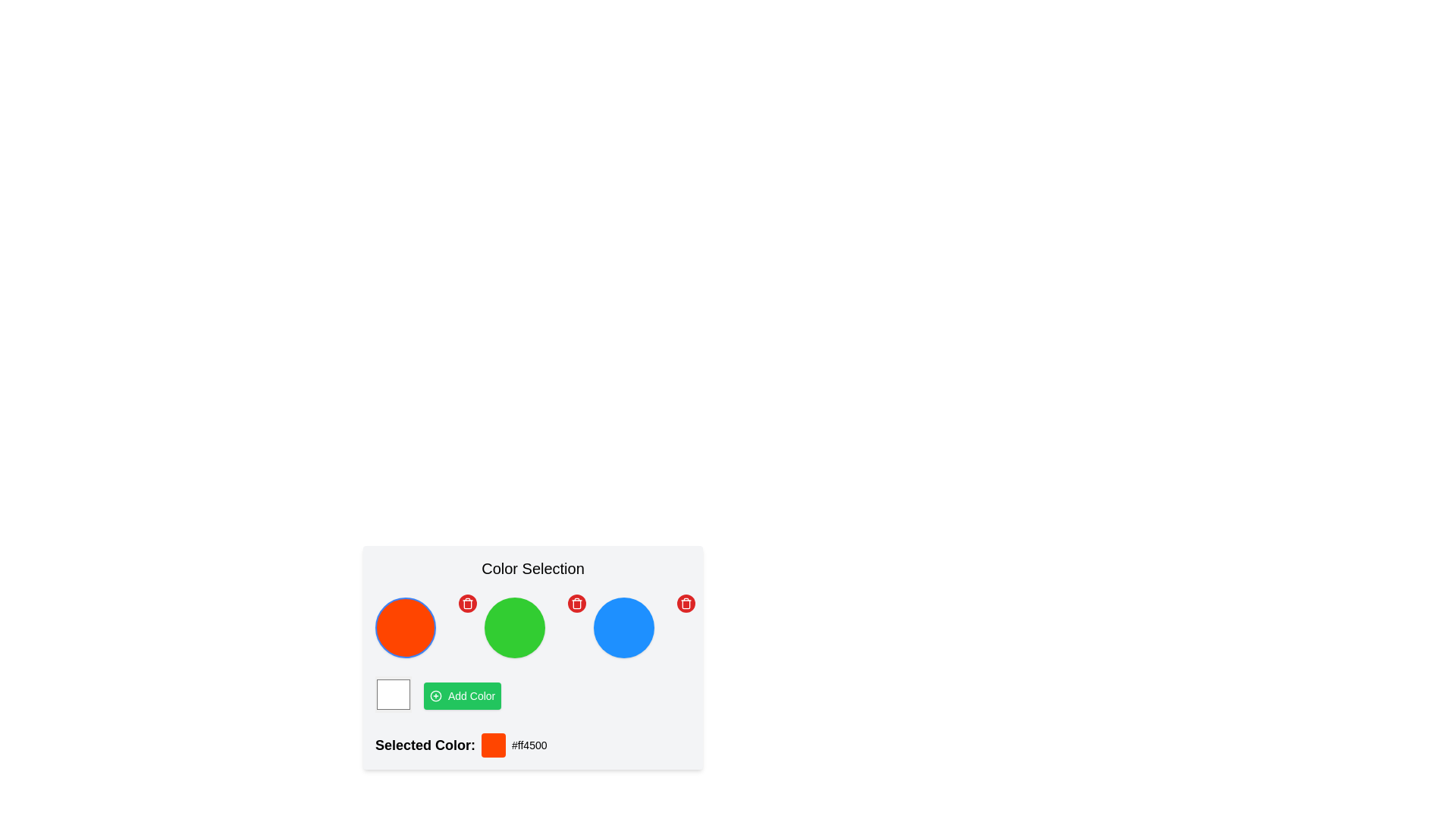 The width and height of the screenshot is (1456, 819). I want to click on the green circle color option with a shadow effect and transparent border located in the second position among three circular color options under the 'Color Selection' heading, so click(532, 657).